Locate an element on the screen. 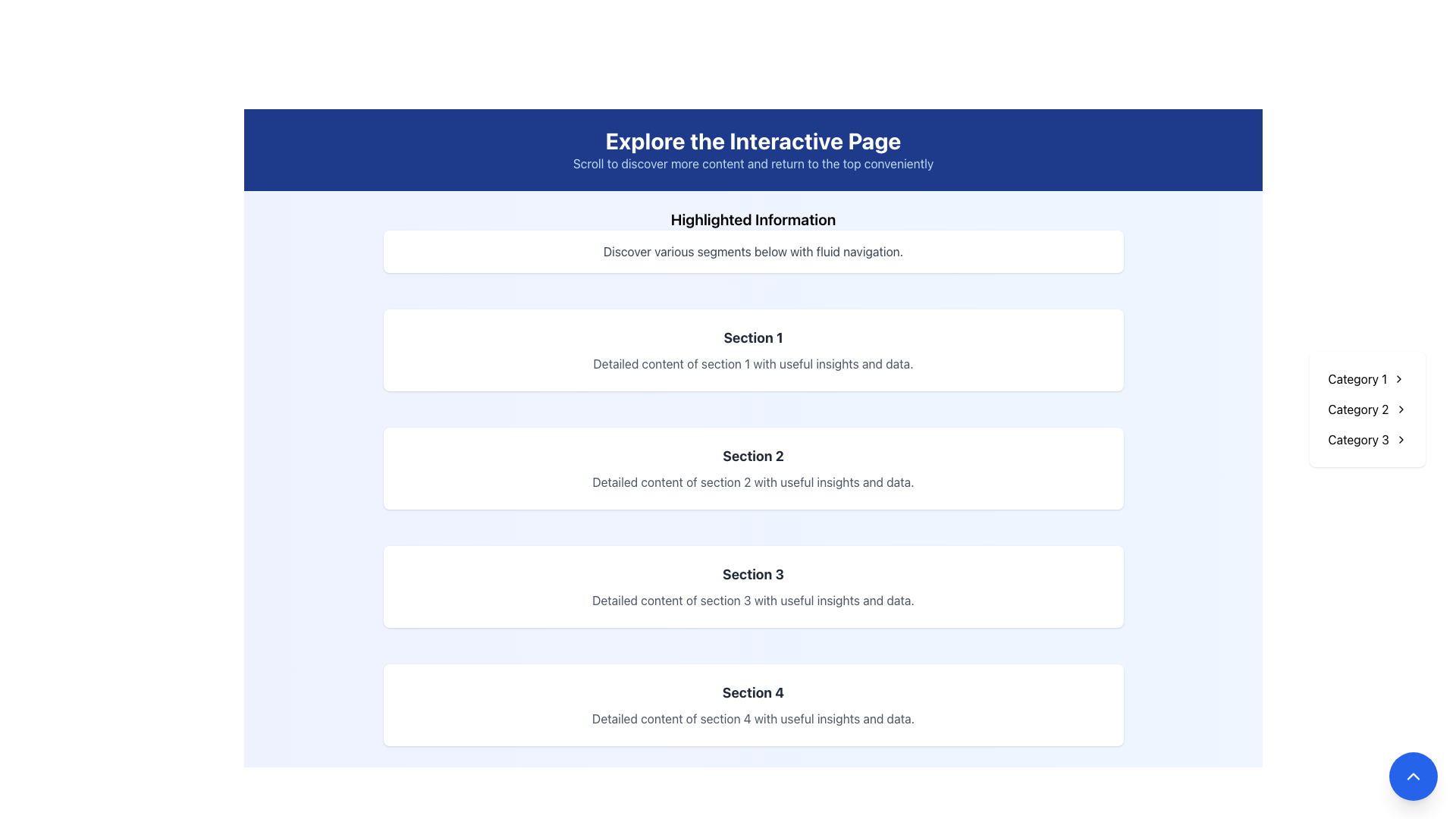 The width and height of the screenshot is (1456, 819). the small right-pointing chevron icon located to the right of the text 'Category 2' in the vertical list of categories is located at coordinates (1400, 409).